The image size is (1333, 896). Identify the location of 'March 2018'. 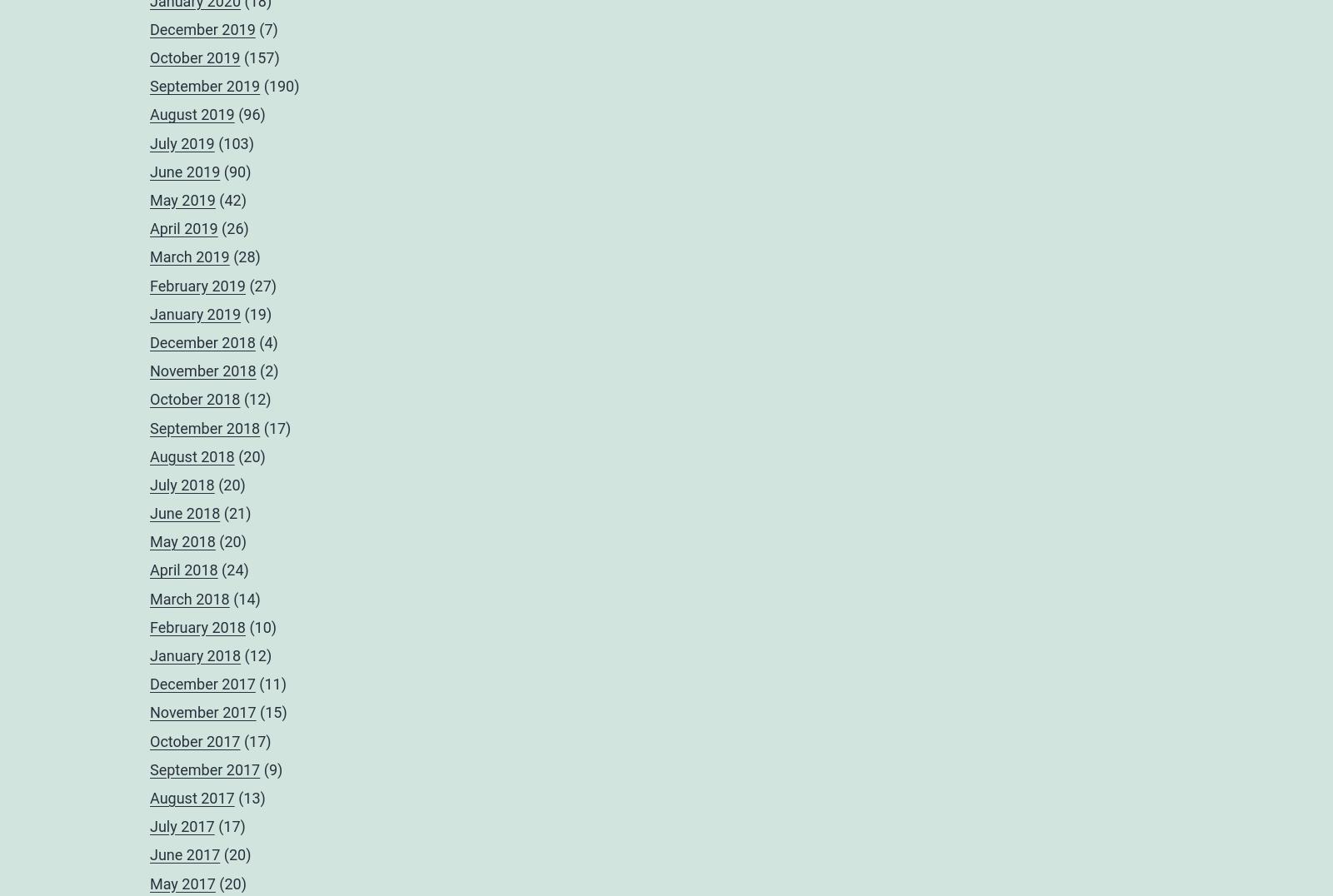
(149, 597).